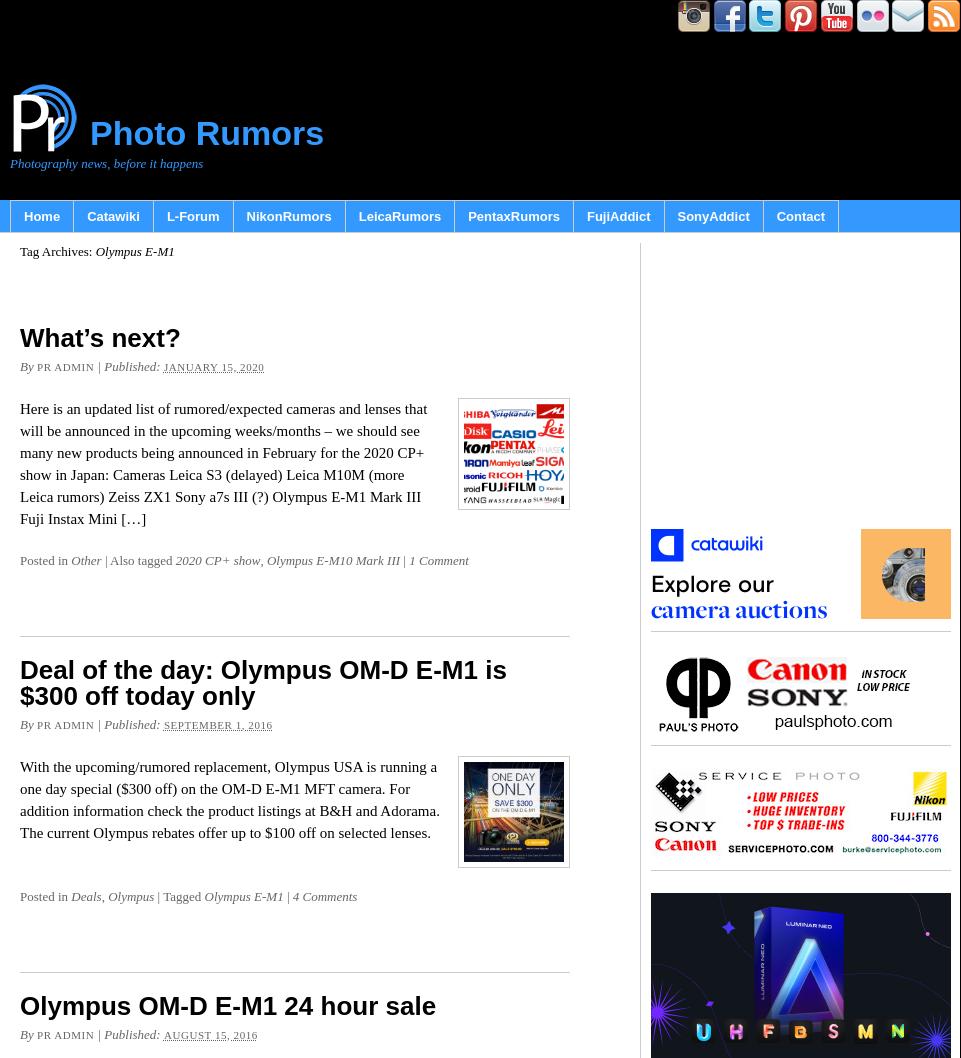  What do you see at coordinates (86, 896) in the screenshot?
I see `'Deals'` at bounding box center [86, 896].